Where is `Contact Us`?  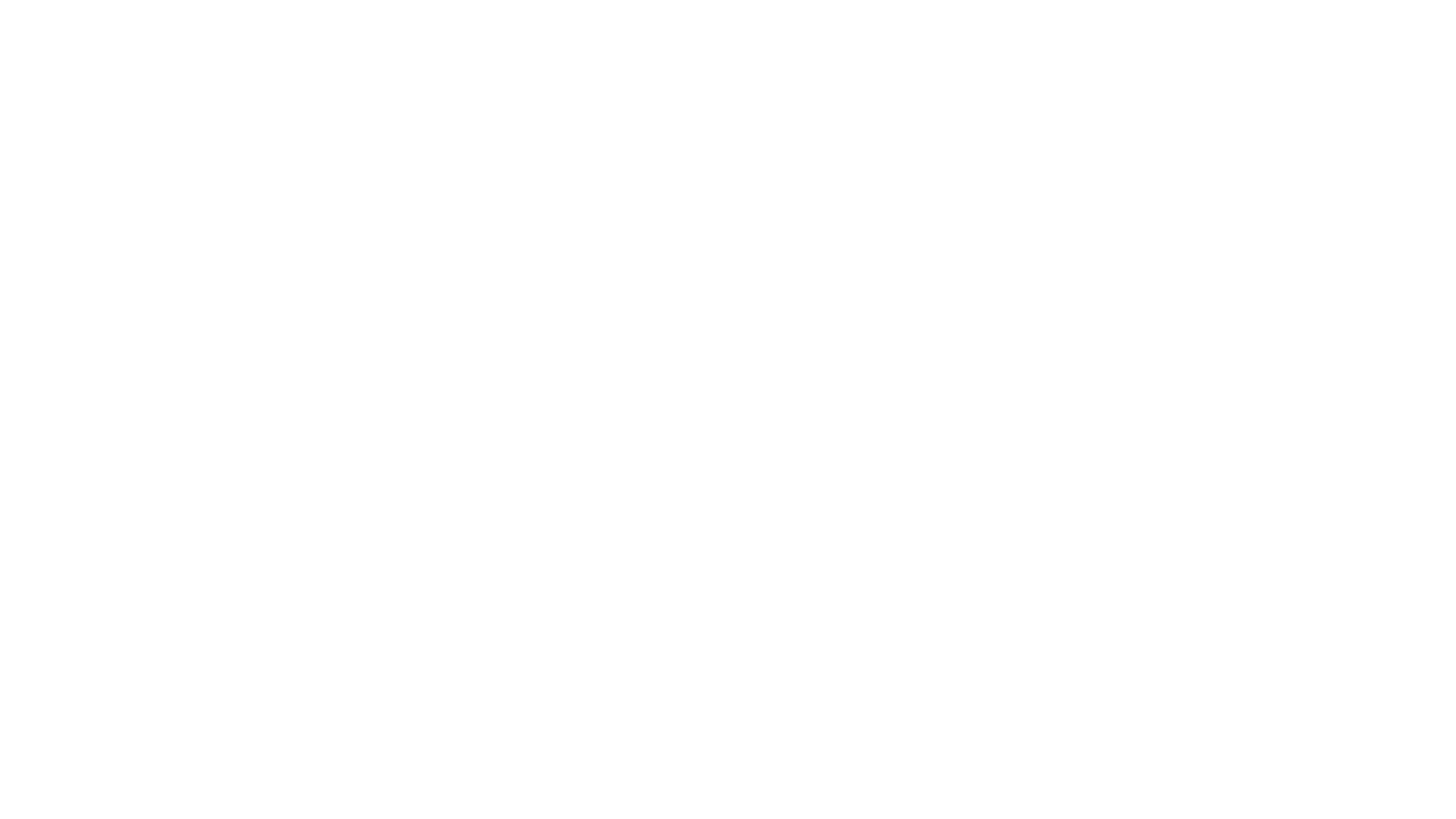 Contact Us is located at coordinates (1037, 48).